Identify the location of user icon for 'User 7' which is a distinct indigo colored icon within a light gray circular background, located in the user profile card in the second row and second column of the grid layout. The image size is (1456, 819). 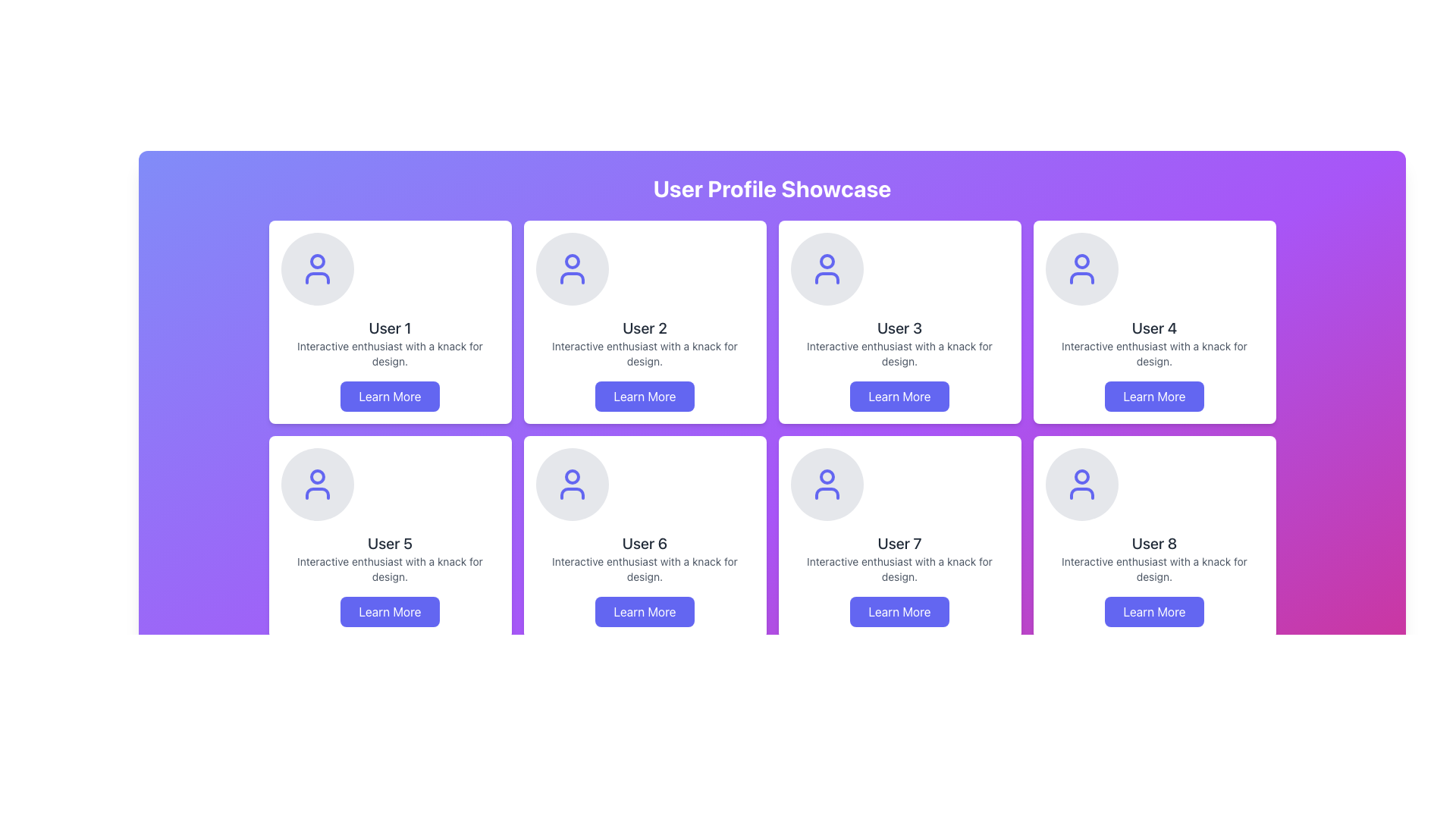
(826, 485).